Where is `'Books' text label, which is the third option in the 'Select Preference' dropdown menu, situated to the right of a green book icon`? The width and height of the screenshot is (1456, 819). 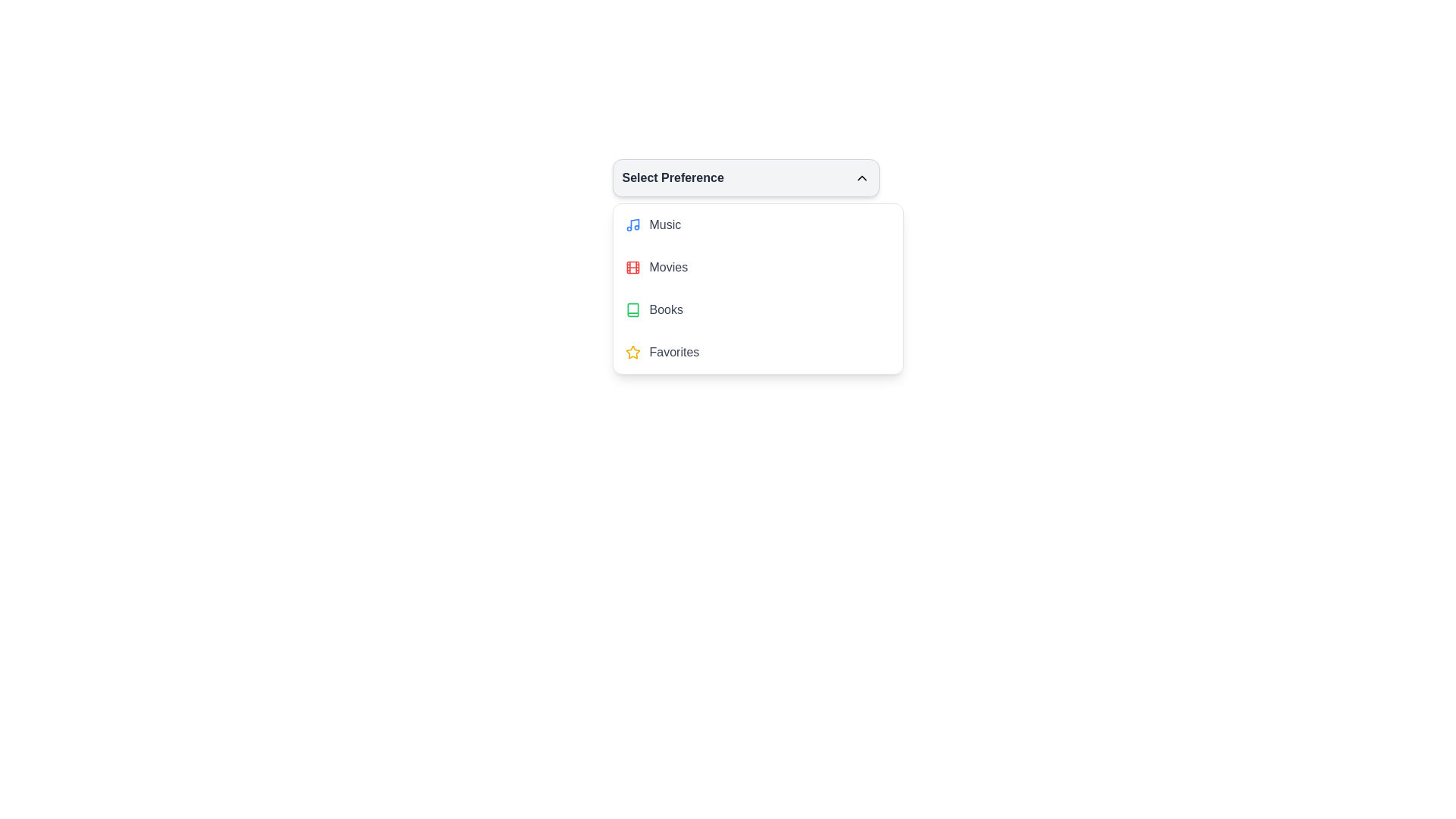
'Books' text label, which is the third option in the 'Select Preference' dropdown menu, situated to the right of a green book icon is located at coordinates (666, 309).